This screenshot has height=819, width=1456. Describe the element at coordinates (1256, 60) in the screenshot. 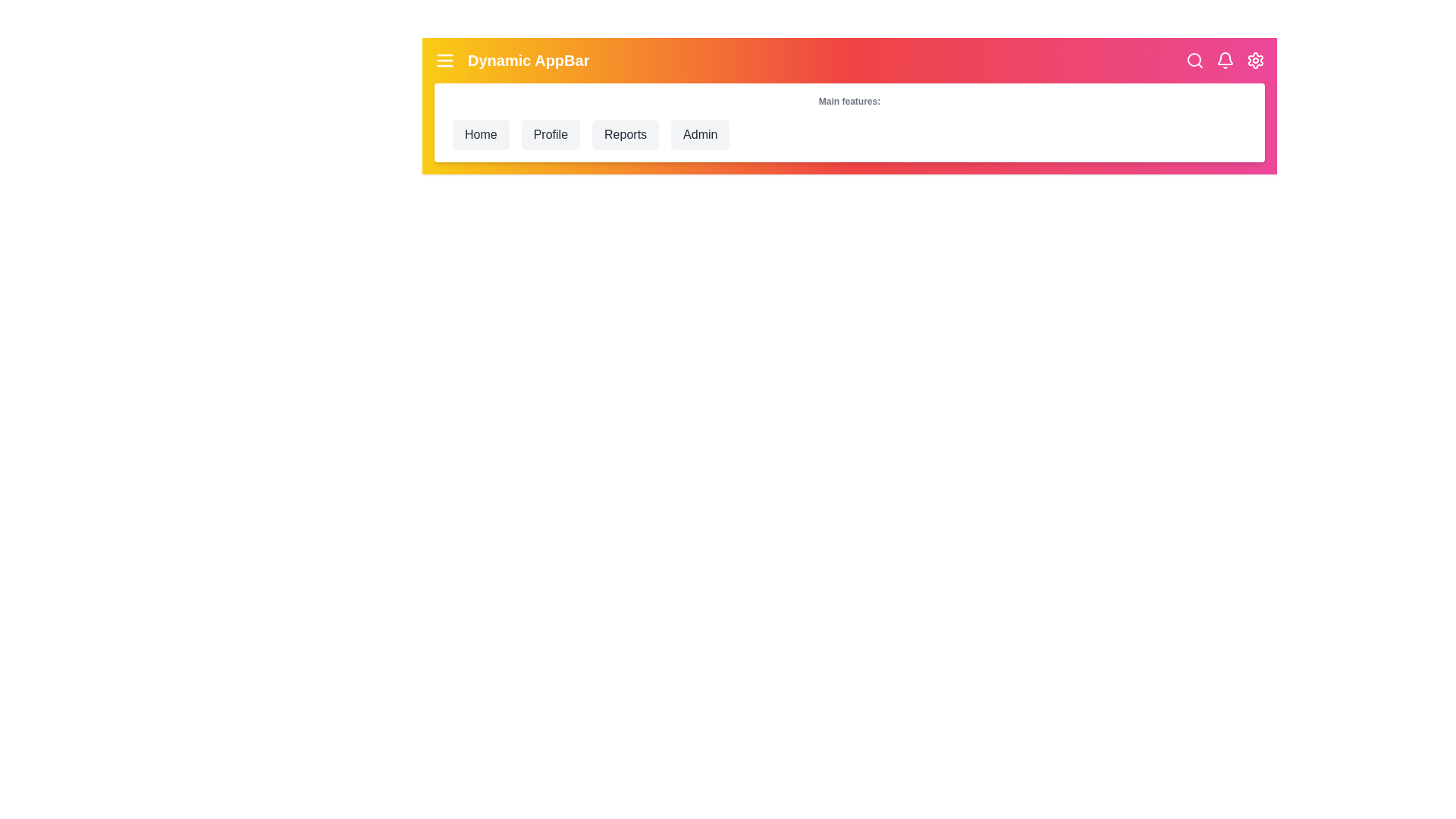

I see `the 'Settings' icon to access settings` at that location.